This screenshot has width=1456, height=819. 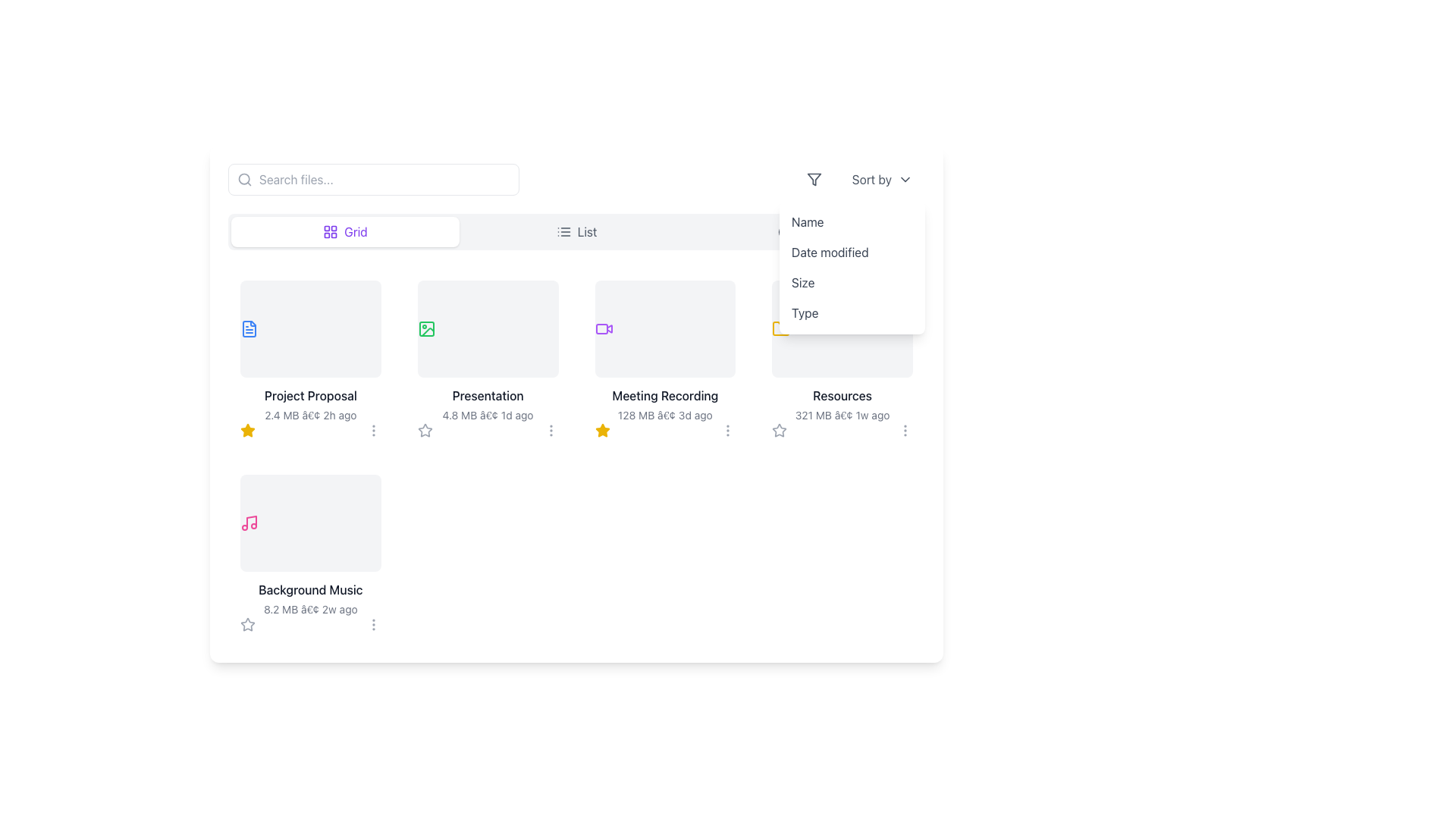 I want to click on the star-shaped icon located, so click(x=247, y=624).